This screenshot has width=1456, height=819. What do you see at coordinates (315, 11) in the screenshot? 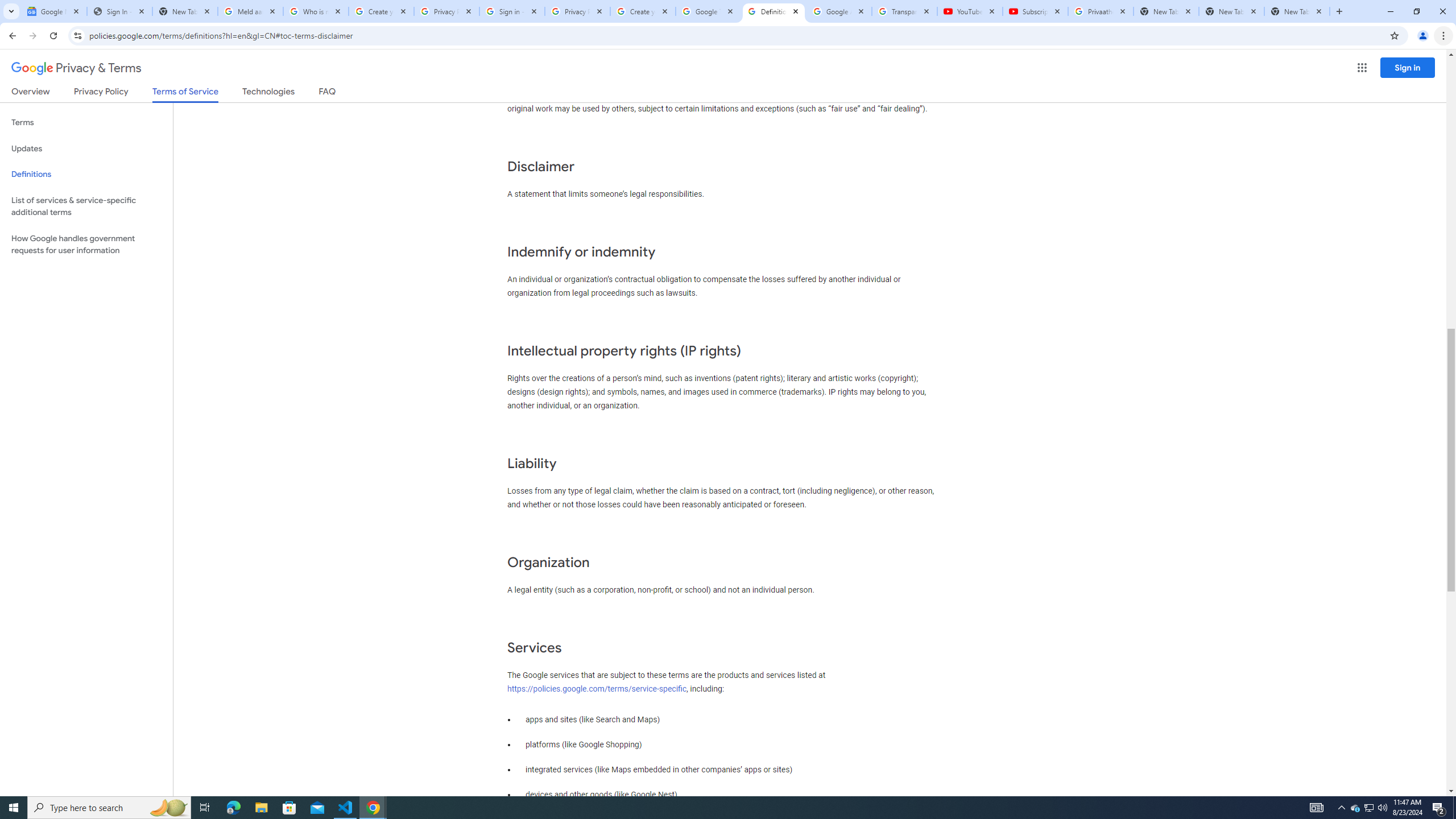
I see `'Who is my administrator? - Google Account Help'` at bounding box center [315, 11].